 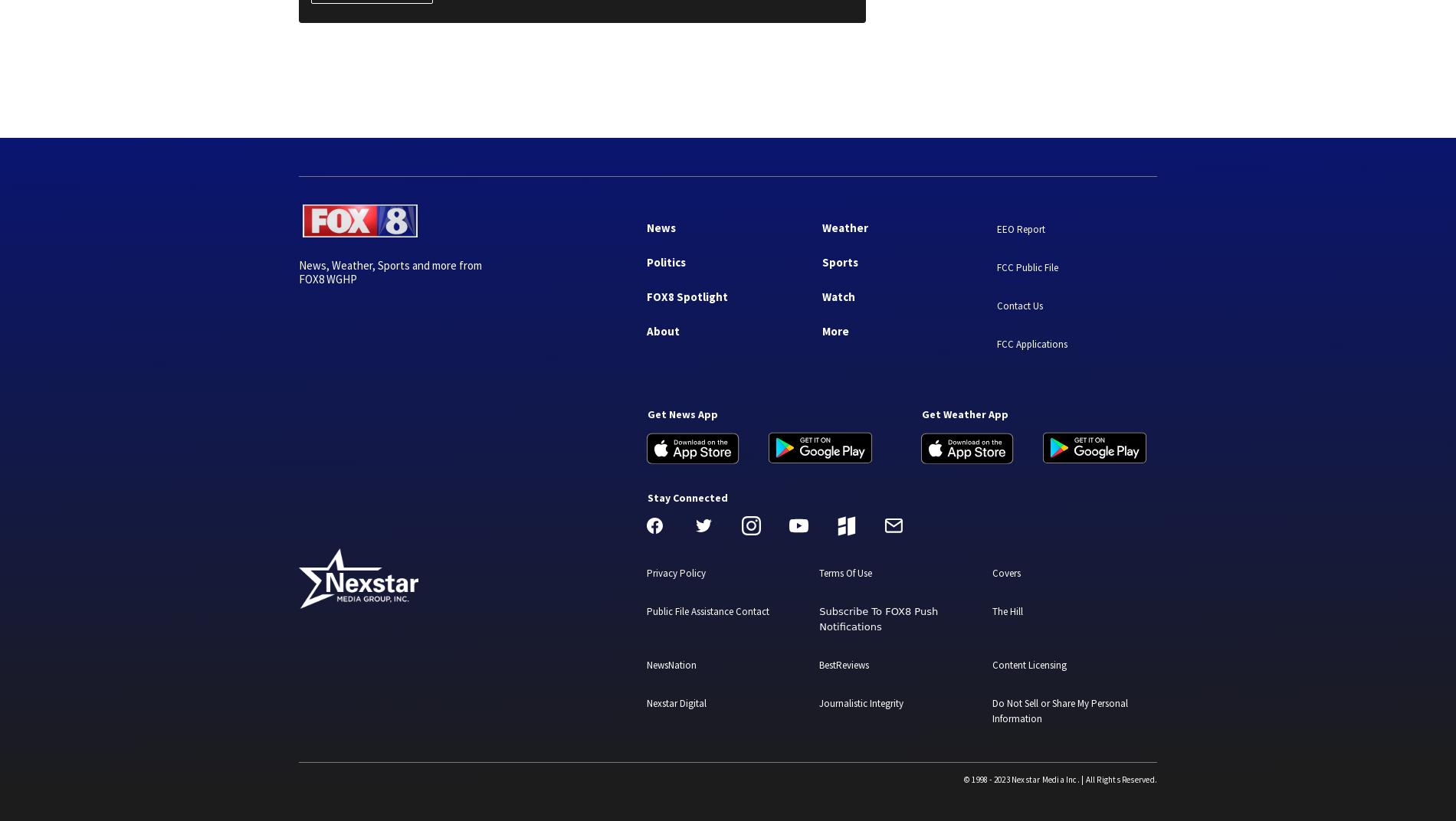 I want to click on 'Do Not Sell or Share My Personal Information', so click(x=991, y=710).